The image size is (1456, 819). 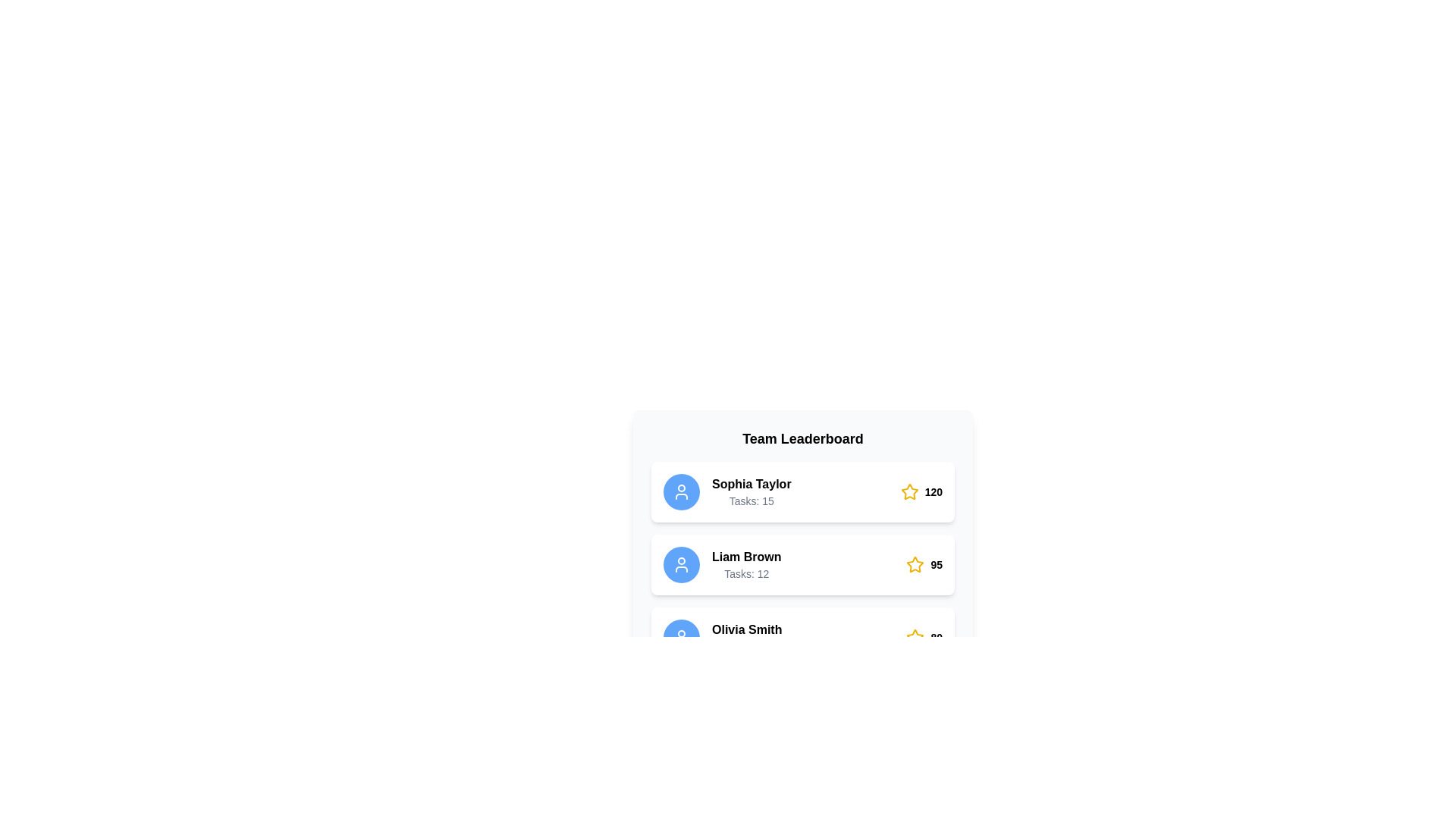 What do you see at coordinates (802, 548) in the screenshot?
I see `the leaderboard entry card for user 'Liam Brown' which displays their task count of '12' and score of '95'. This card is the second in the list of leaderboard entries within the 'Team Leaderboard' section` at bounding box center [802, 548].